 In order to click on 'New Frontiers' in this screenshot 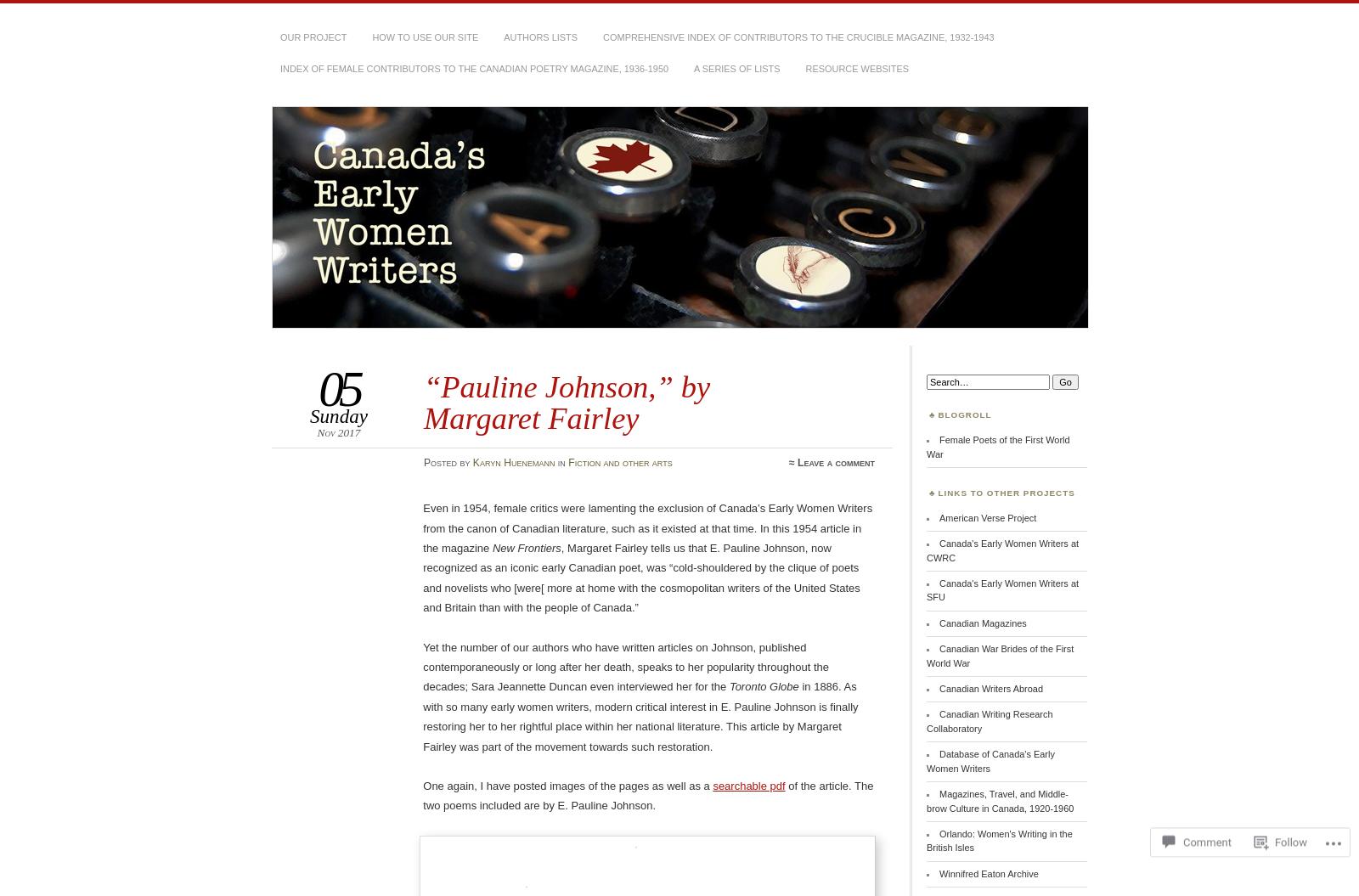, I will do `click(491, 548)`.